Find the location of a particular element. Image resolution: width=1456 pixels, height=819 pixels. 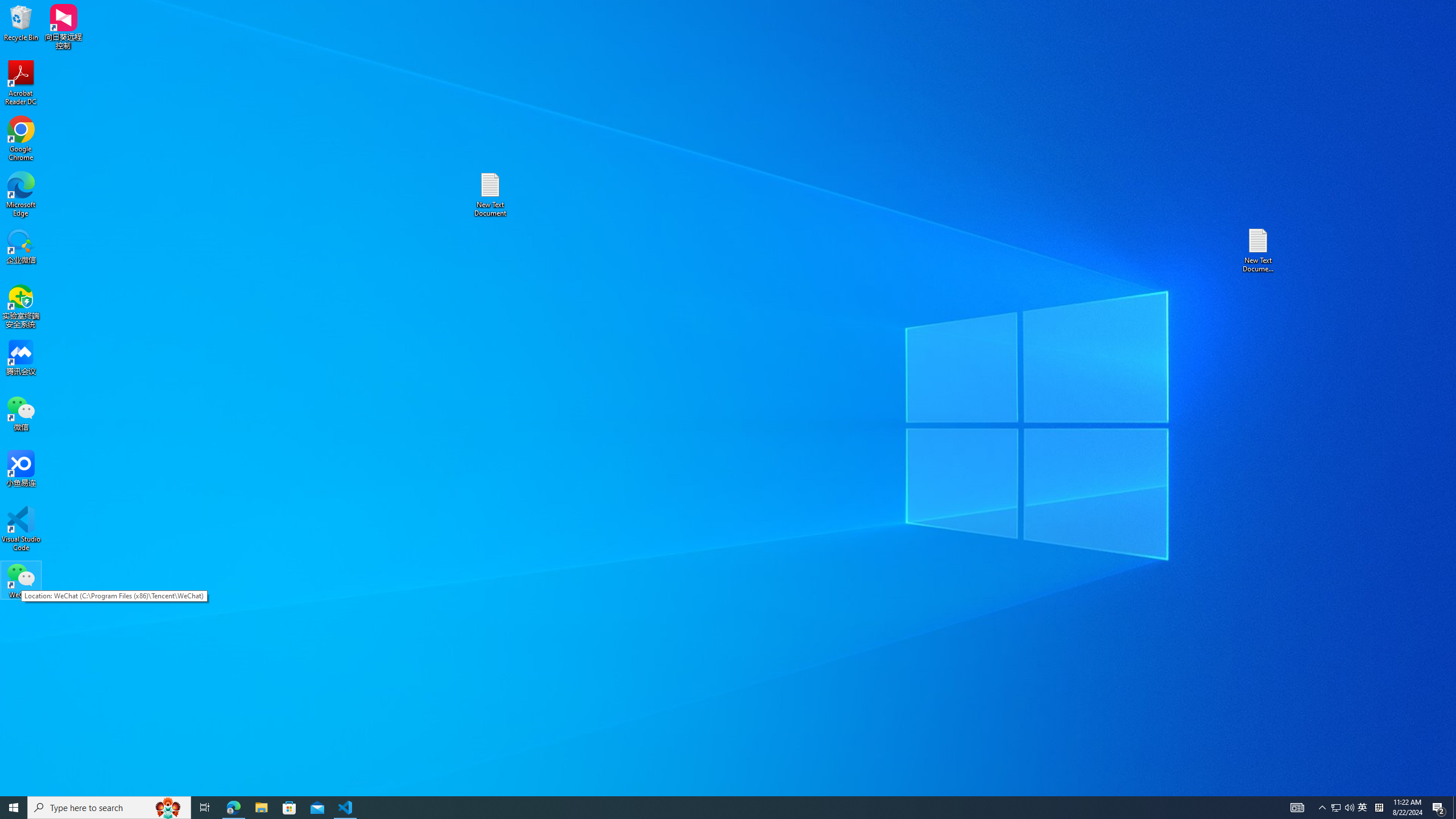

'Recycle Bin' is located at coordinates (20, 22).